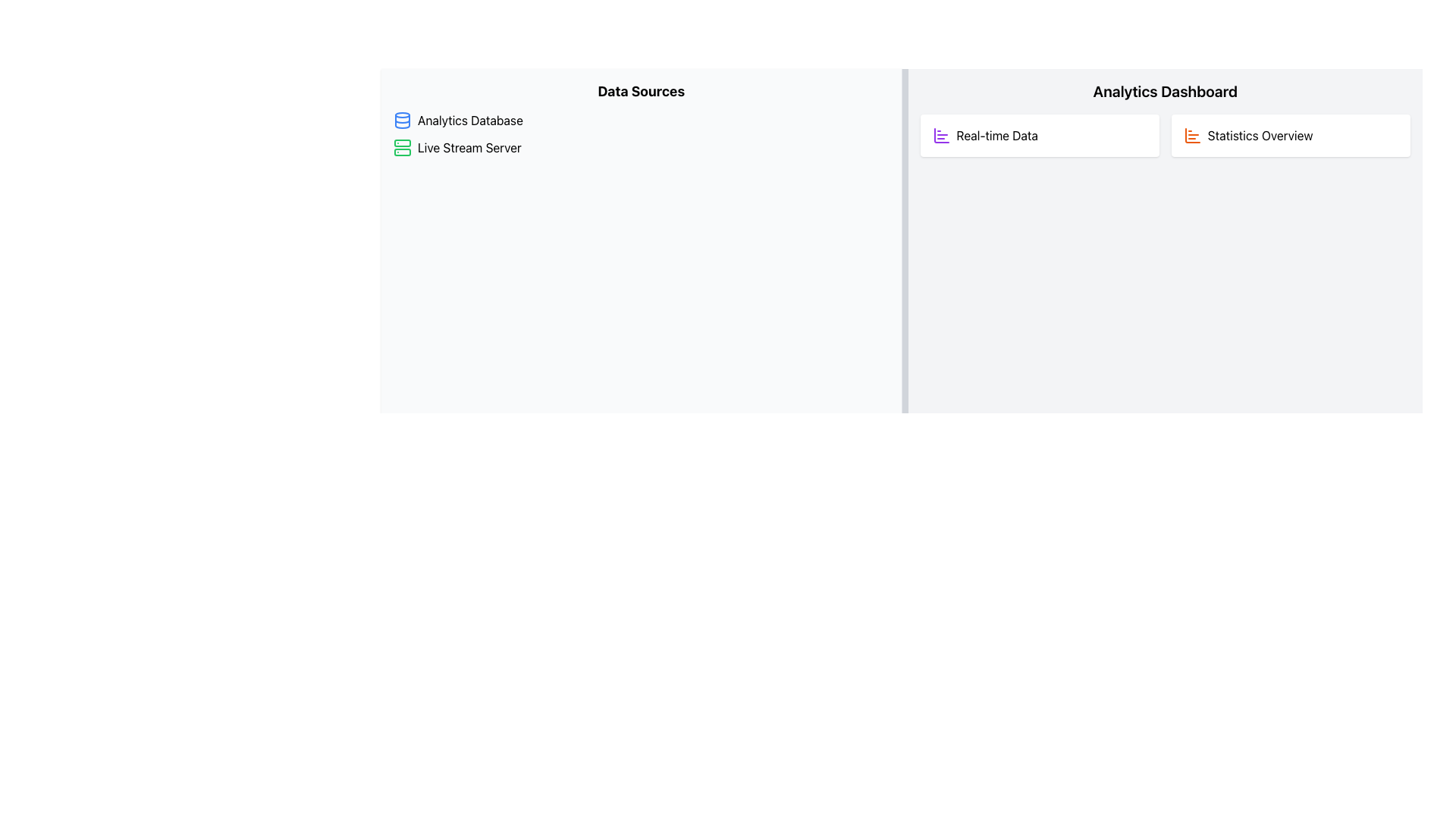 The image size is (1456, 819). What do you see at coordinates (403, 143) in the screenshot?
I see `the upper rectangular shape of the server icon, which is outlined in green and located next to the 'Live Stream Server' text under the 'Data Sources' heading` at bounding box center [403, 143].